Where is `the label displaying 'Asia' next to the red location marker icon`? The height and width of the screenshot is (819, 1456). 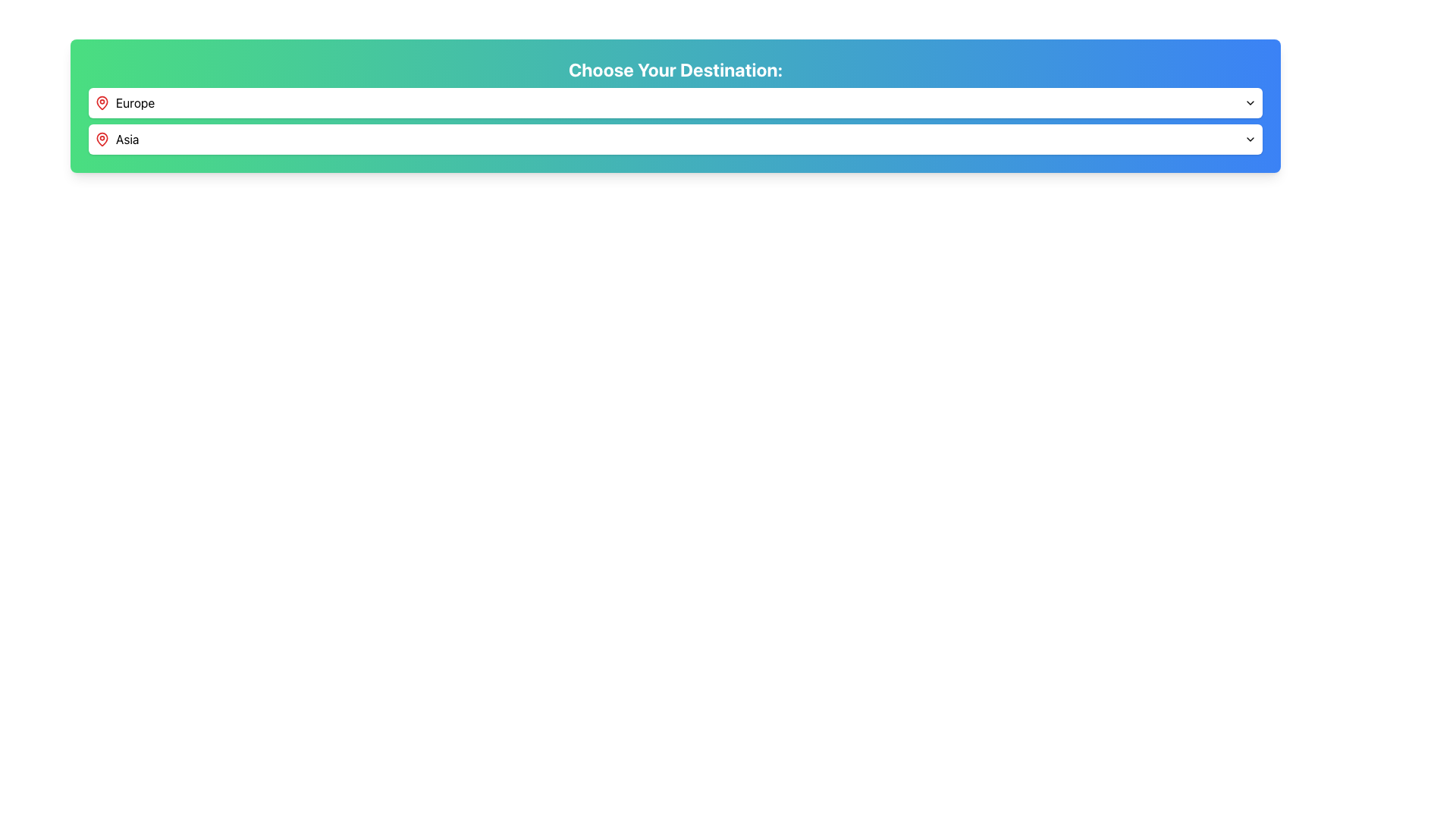 the label displaying 'Asia' next to the red location marker icon is located at coordinates (116, 140).